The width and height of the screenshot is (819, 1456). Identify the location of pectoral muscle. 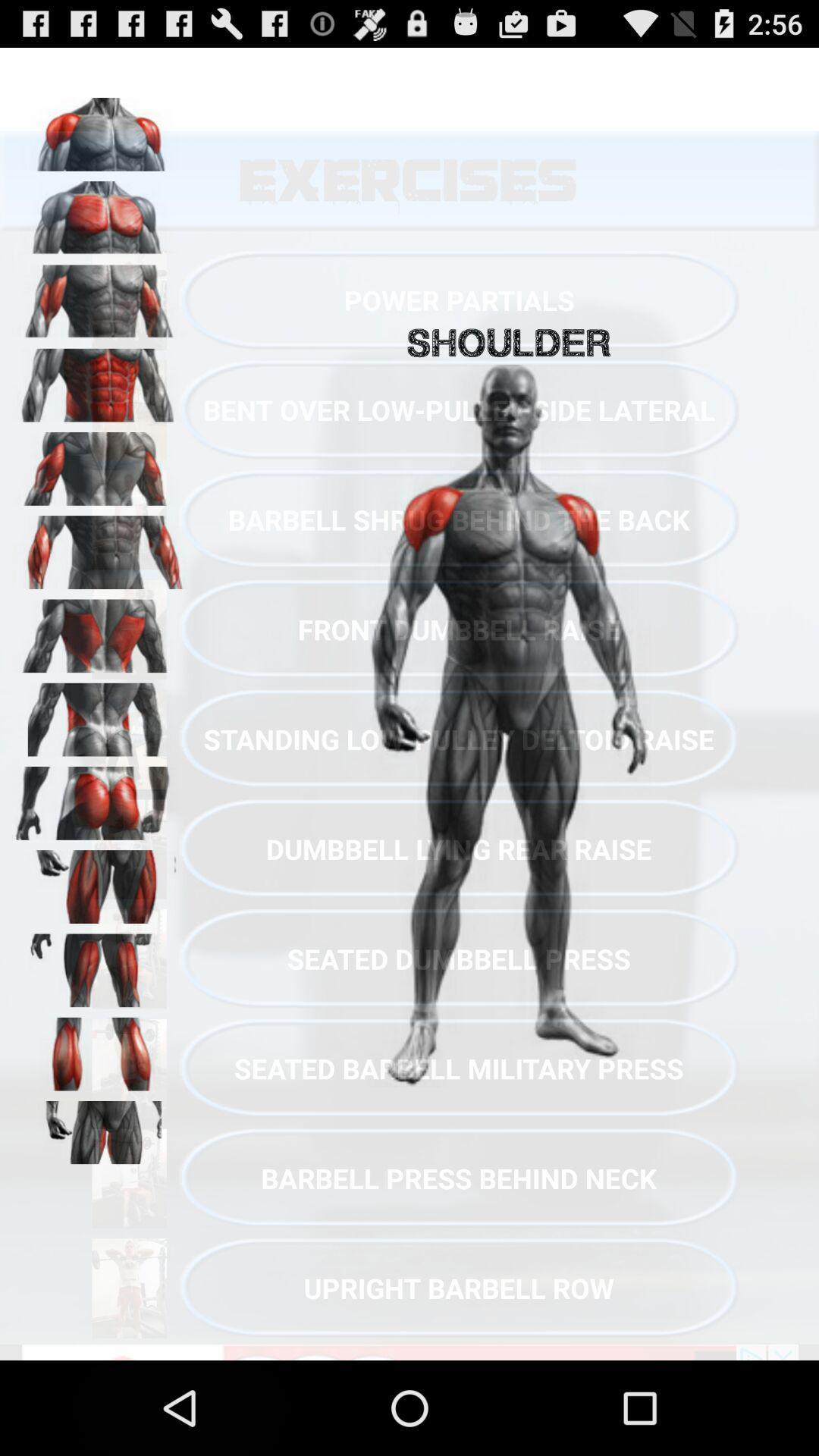
(99, 212).